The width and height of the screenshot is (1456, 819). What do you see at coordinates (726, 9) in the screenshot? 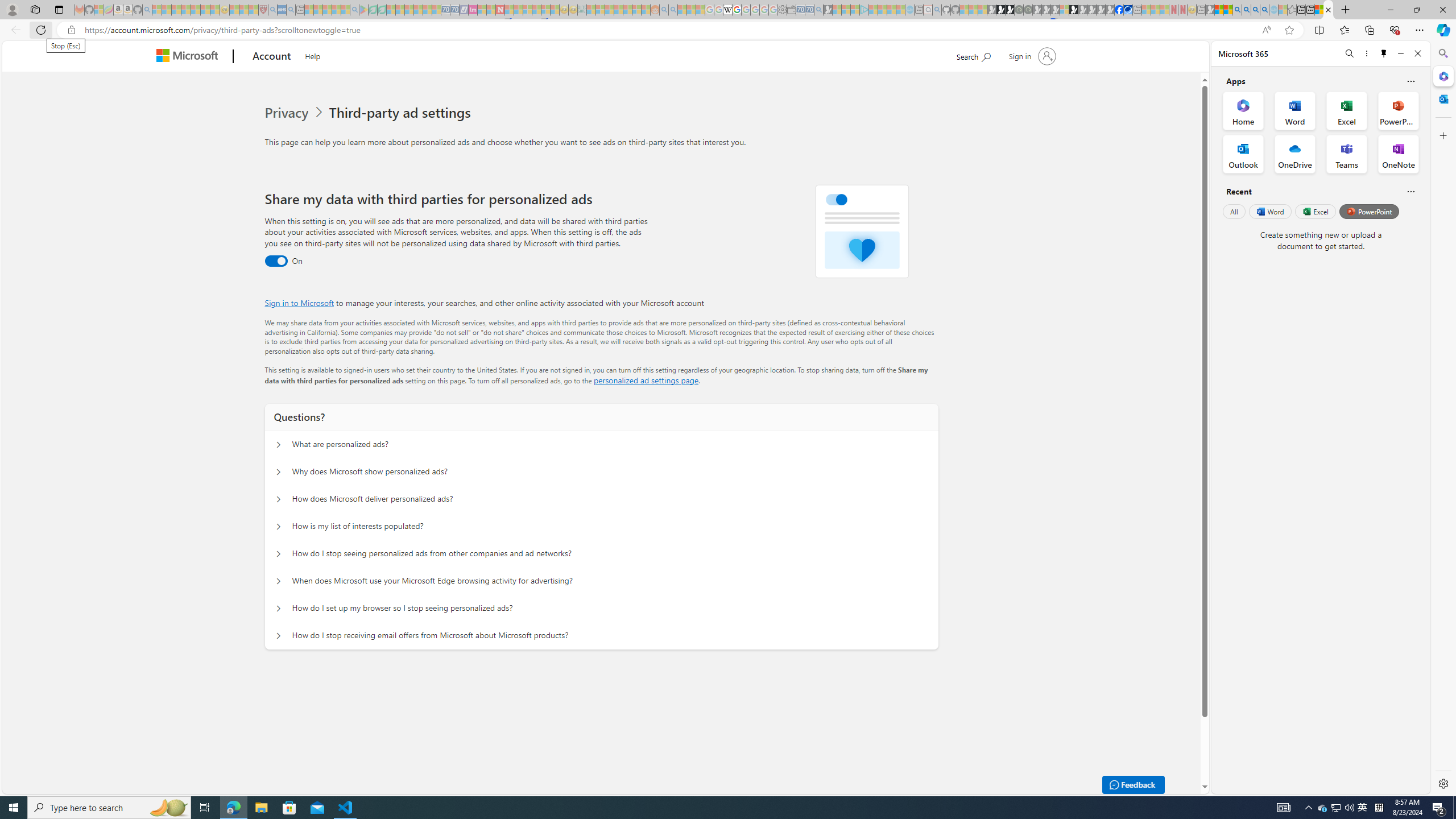
I see `'Target page - Wikipedia'` at bounding box center [726, 9].